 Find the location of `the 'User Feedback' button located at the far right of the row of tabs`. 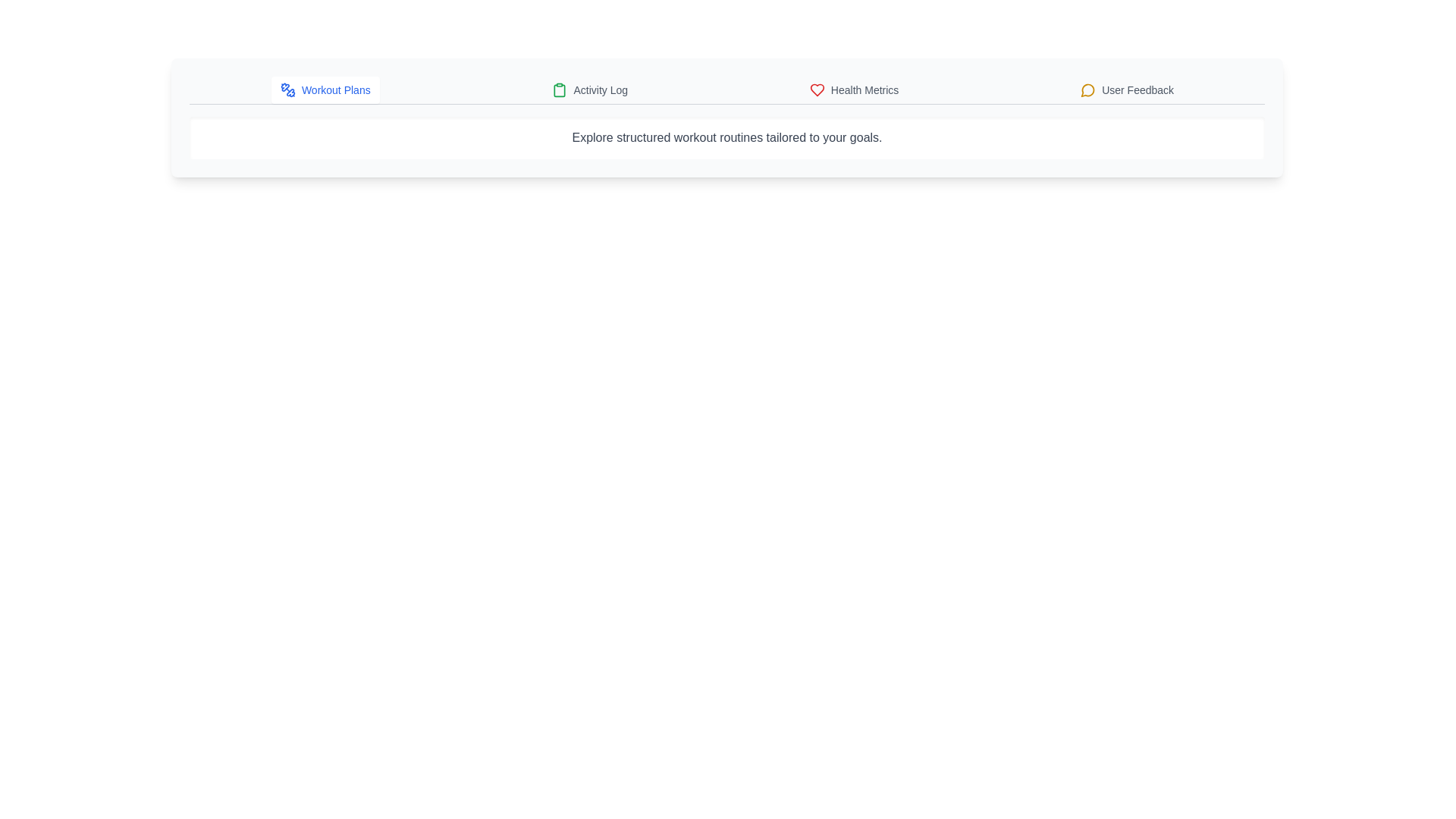

the 'User Feedback' button located at the far right of the row of tabs is located at coordinates (1127, 90).